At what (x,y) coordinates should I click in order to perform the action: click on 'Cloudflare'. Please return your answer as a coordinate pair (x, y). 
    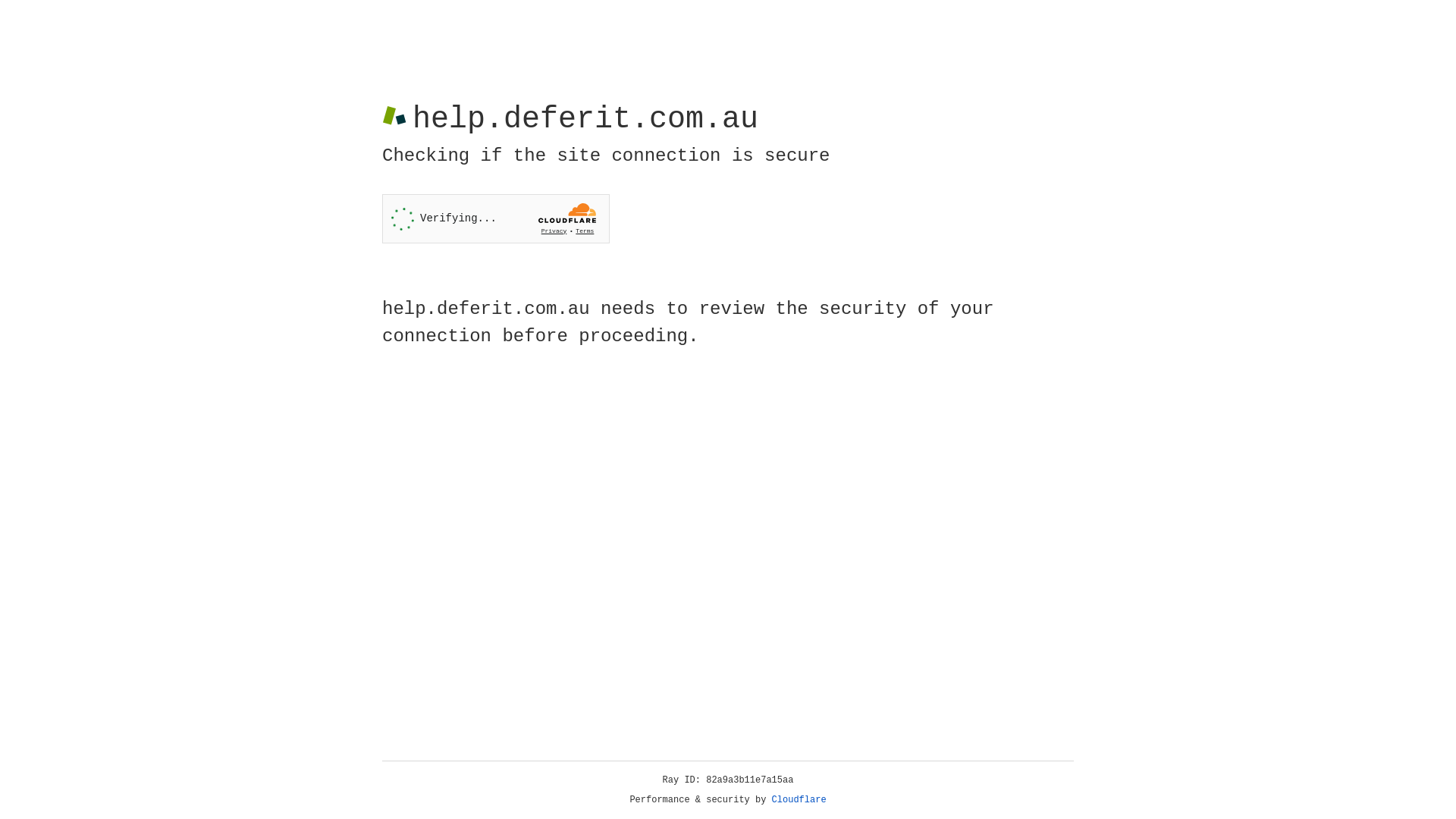
    Looking at the image, I should click on (799, 799).